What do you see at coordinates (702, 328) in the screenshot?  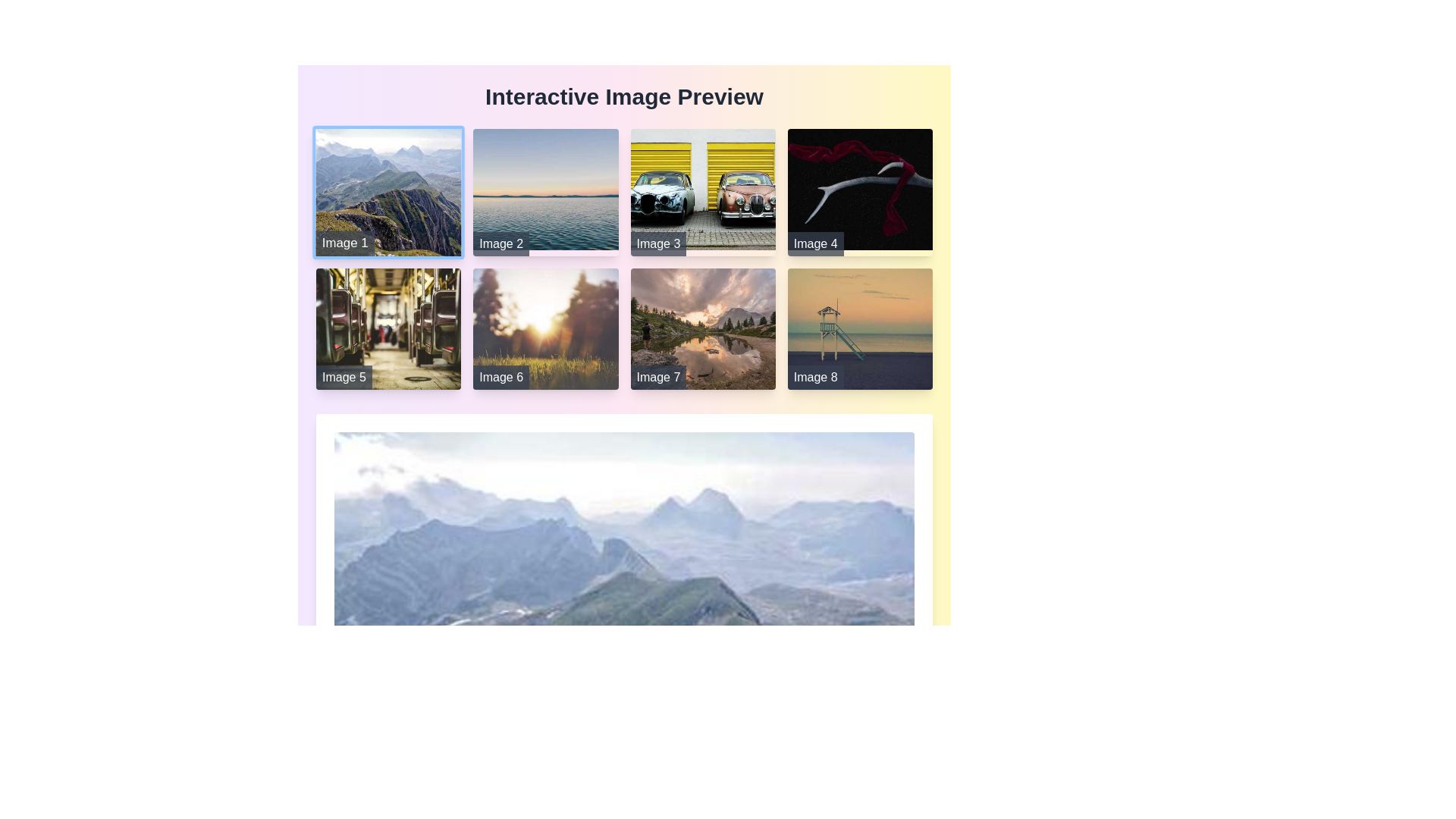 I see `the Image card for 'Image 7'` at bounding box center [702, 328].